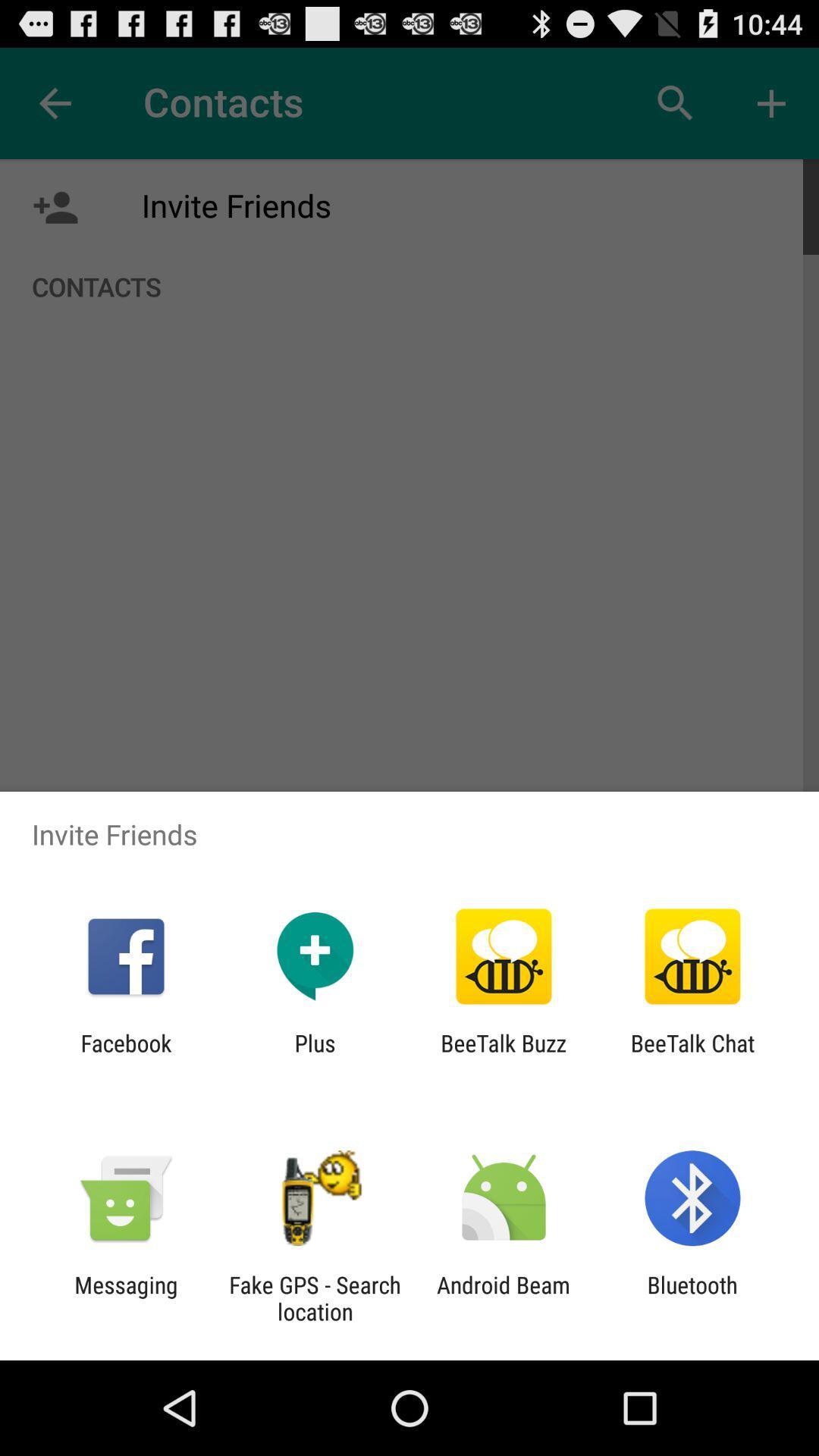 This screenshot has width=819, height=1456. I want to click on beetalk buzz, so click(504, 1056).